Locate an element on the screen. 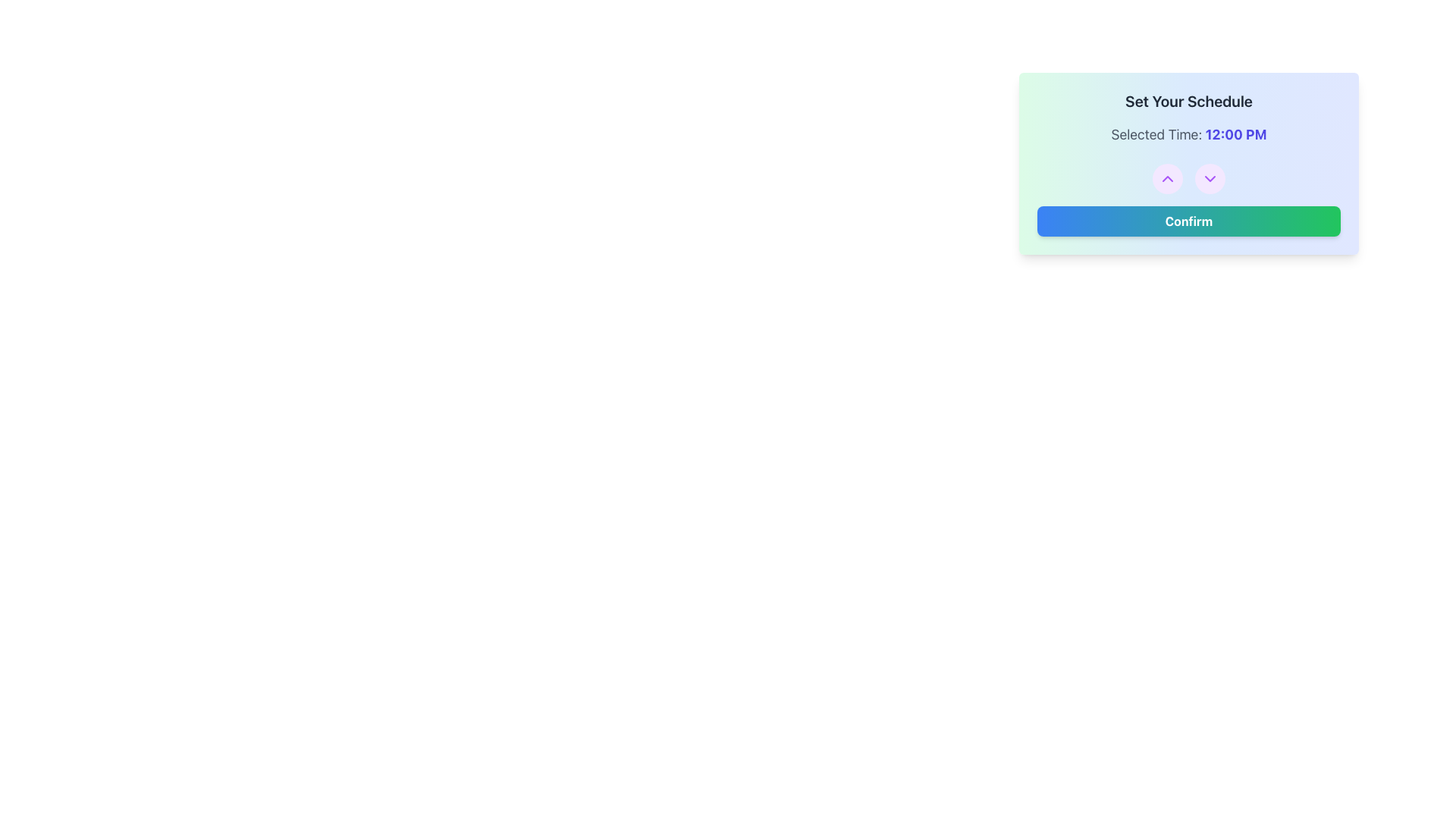 The height and width of the screenshot is (819, 1456). the upward-pointing chevron icon with a purple color within a circular button to increment the time in the schedule settings panel is located at coordinates (1167, 177).